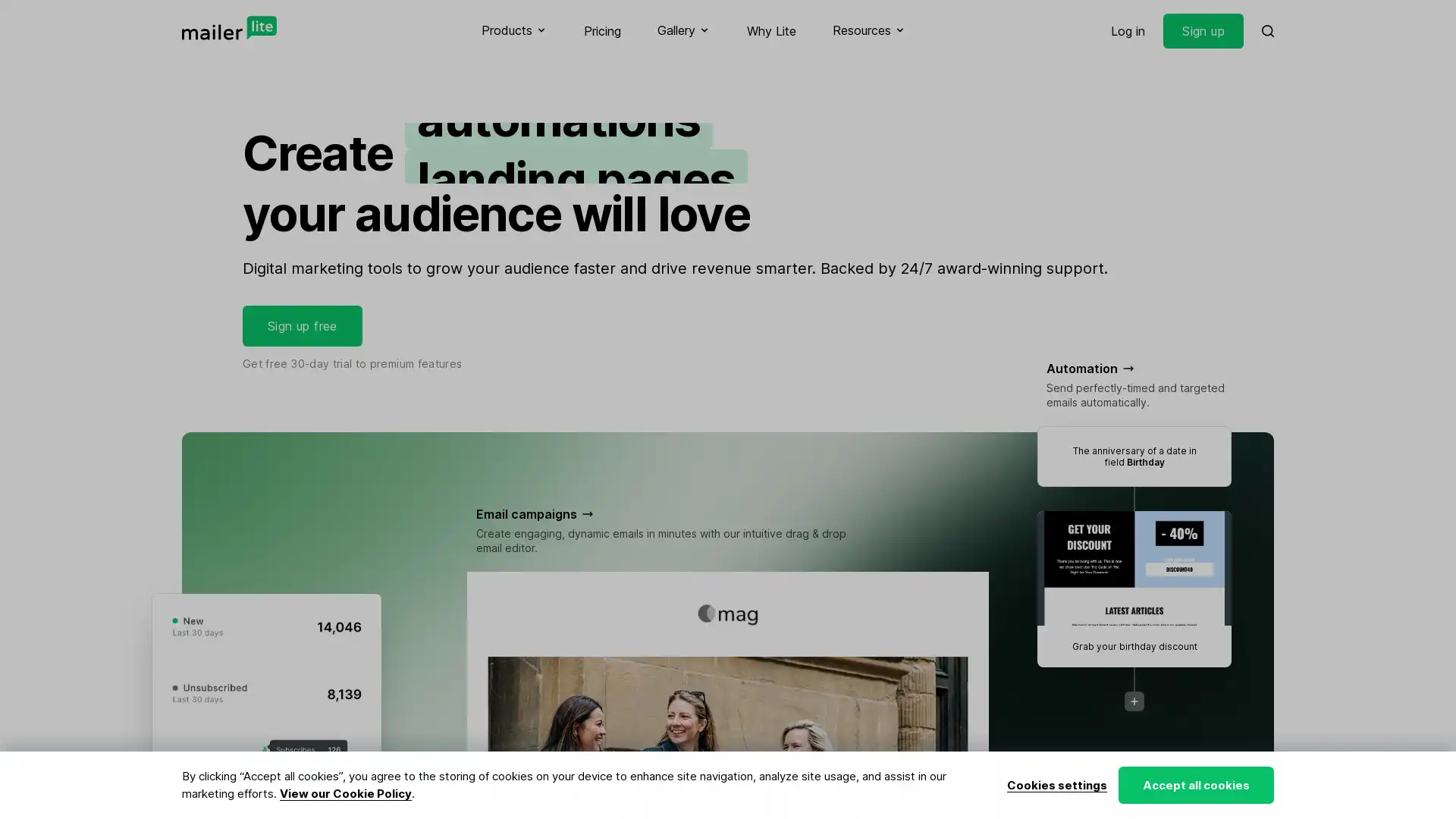 This screenshot has height=819, width=1456. I want to click on Cookies settings, so click(1056, 785).